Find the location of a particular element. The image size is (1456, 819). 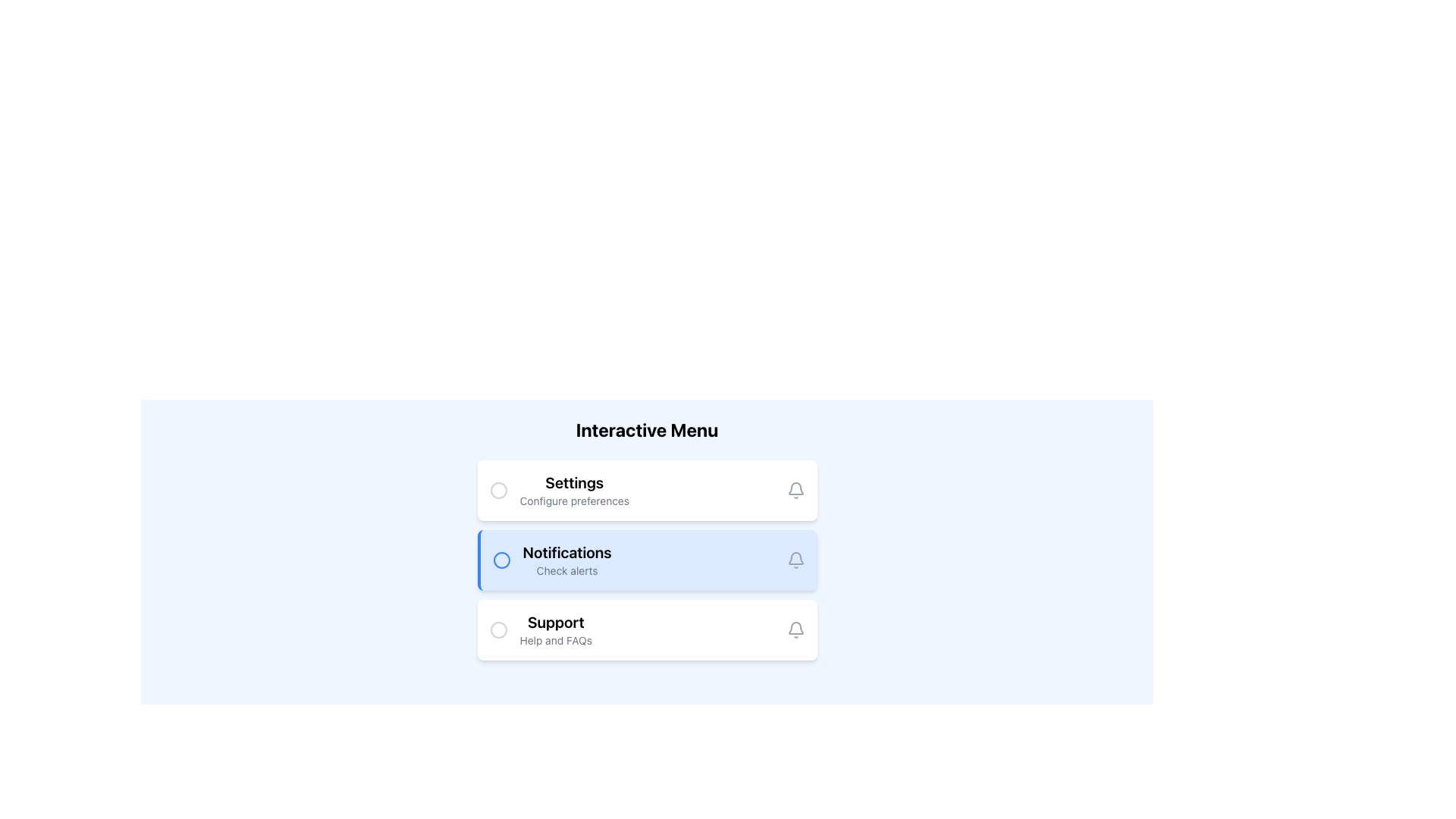

the notification icon located in the 'Support' section of the interactive menu, which is the third element from the right at the bottom of the list is located at coordinates (795, 629).